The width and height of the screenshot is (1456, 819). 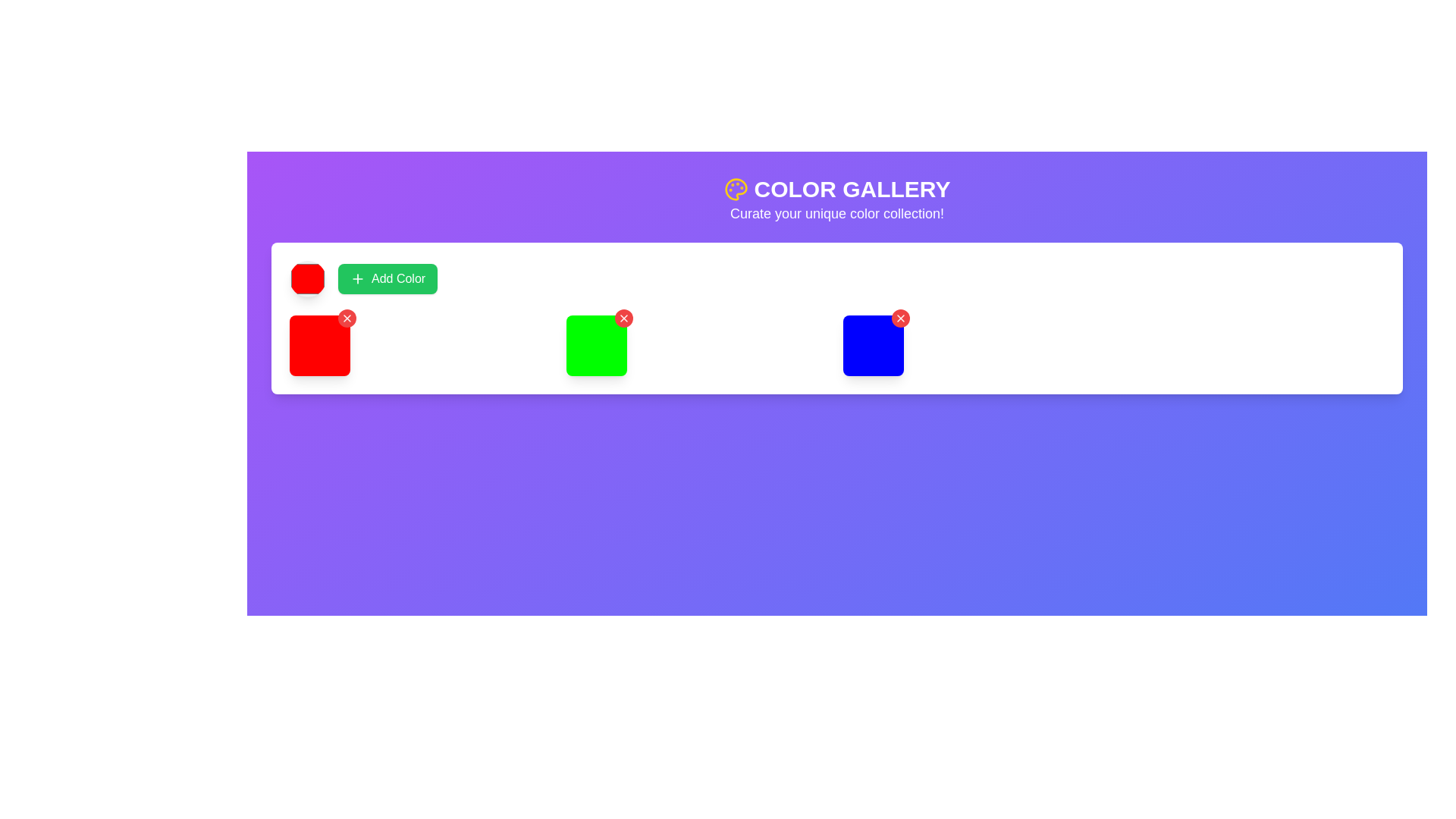 I want to click on the Textual header with the large bold uppercase text 'Color Gallery' and the subheading 'Curate your unique color collection!' that is centrally positioned with a gradient background transitioning from purple to blue, so click(x=836, y=199).